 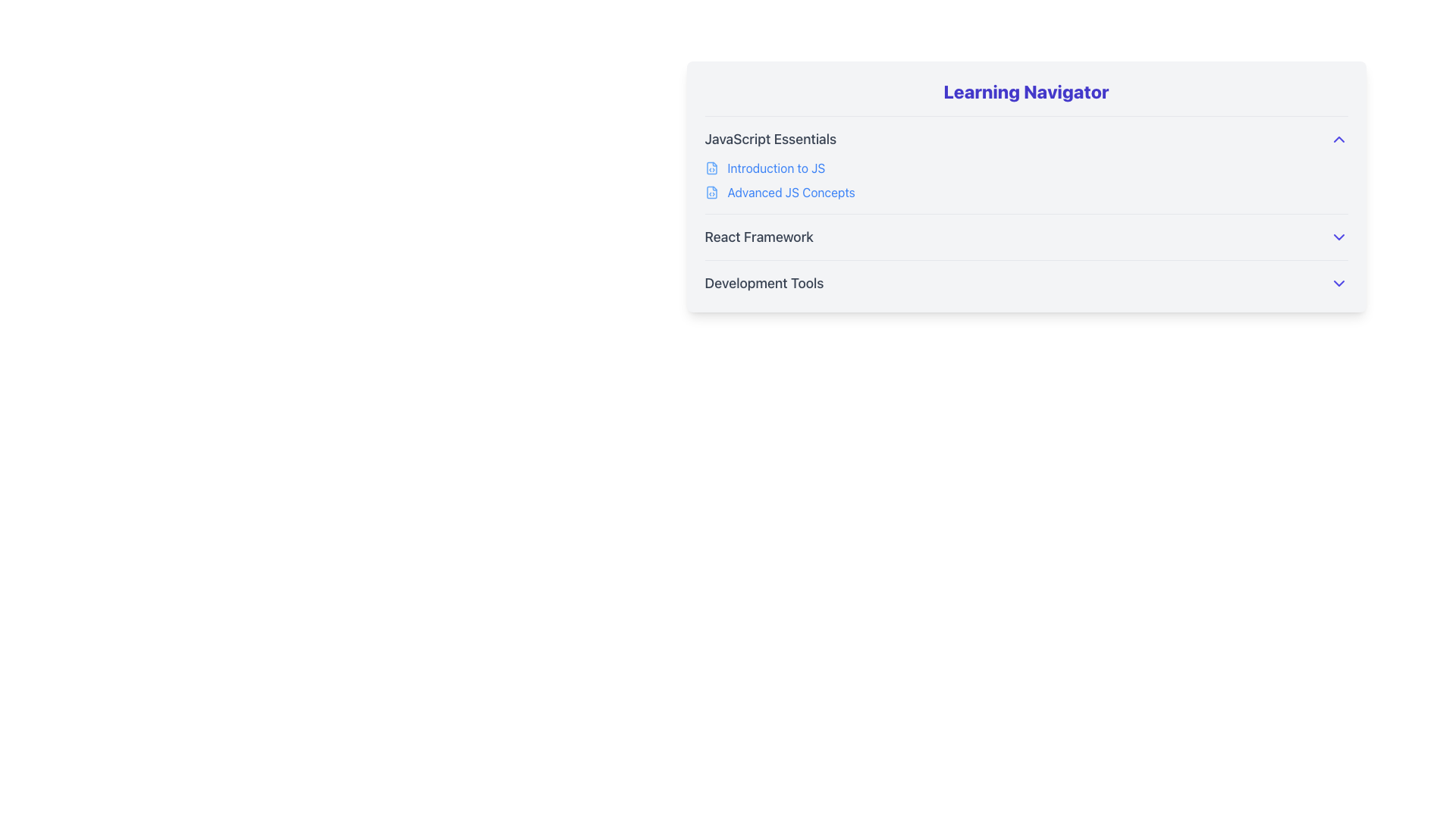 What do you see at coordinates (711, 192) in the screenshot?
I see `the blue document icon within the second item of the 'Learning Navigator'` at bounding box center [711, 192].